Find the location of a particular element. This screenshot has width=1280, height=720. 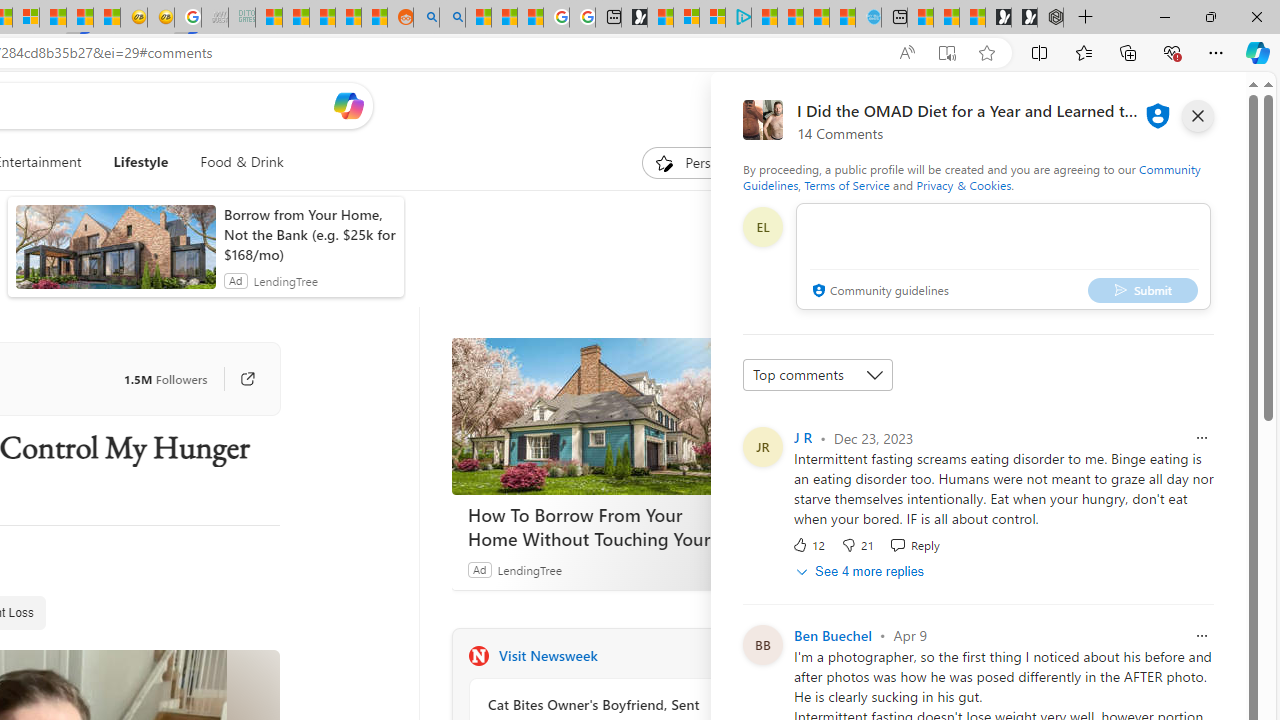

'Sort comments by' is located at coordinates (817, 375).